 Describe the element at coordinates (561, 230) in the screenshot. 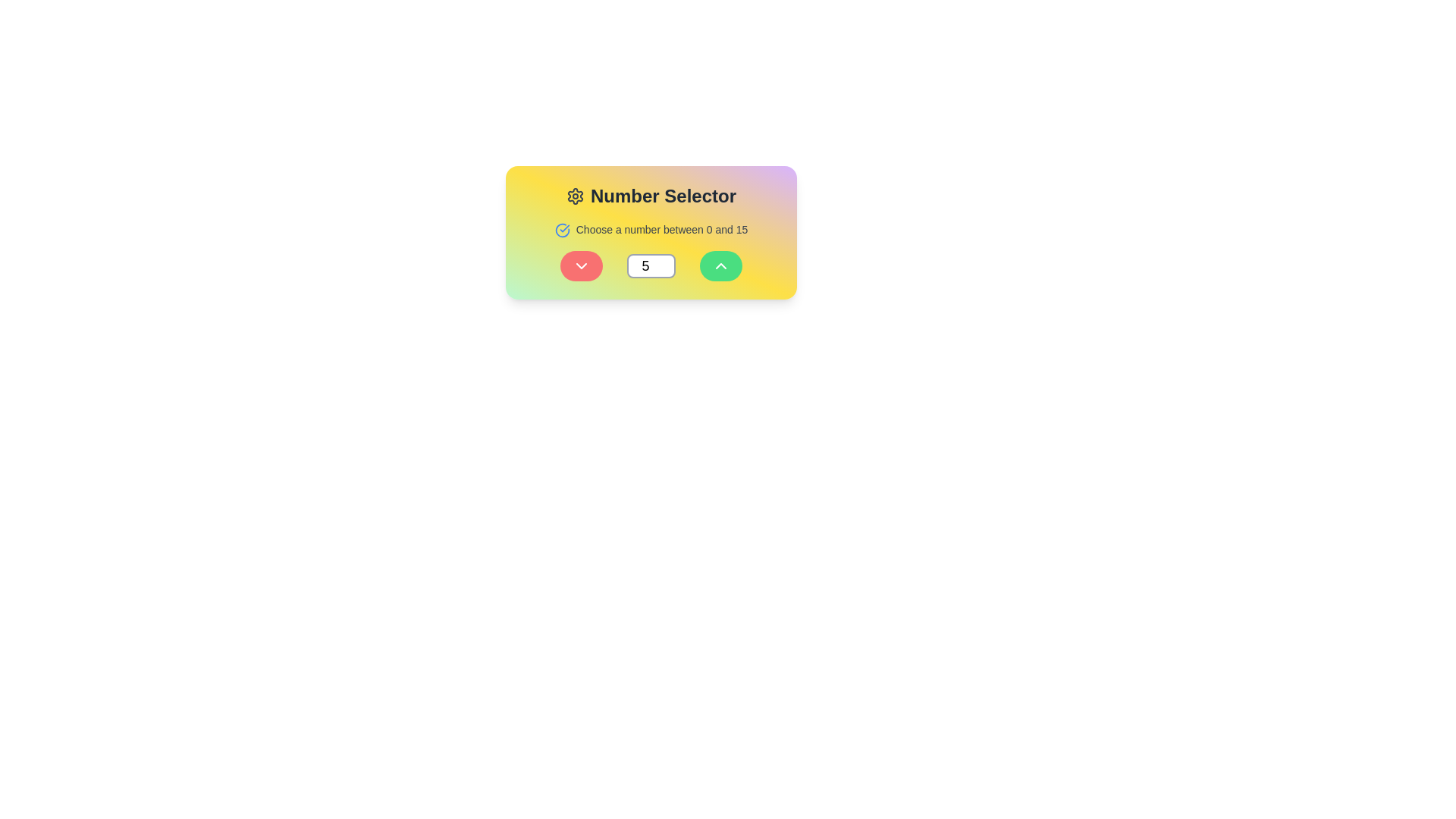

I see `the circular icon with a blue outline and a checkmark inside, located to the left of the instructional text 'Choose a number between 0 and 15'` at that location.